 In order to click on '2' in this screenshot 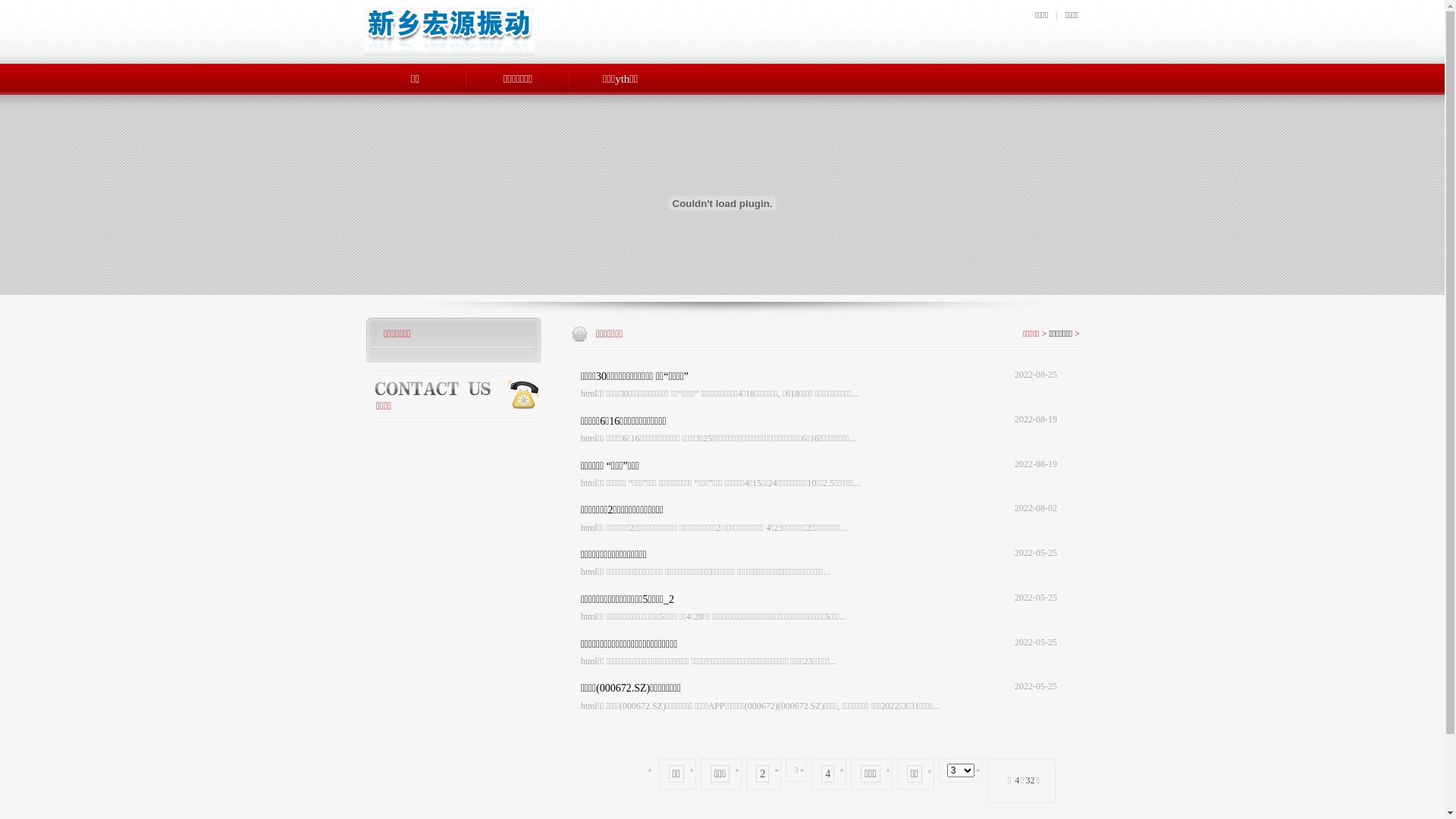, I will do `click(762, 773)`.